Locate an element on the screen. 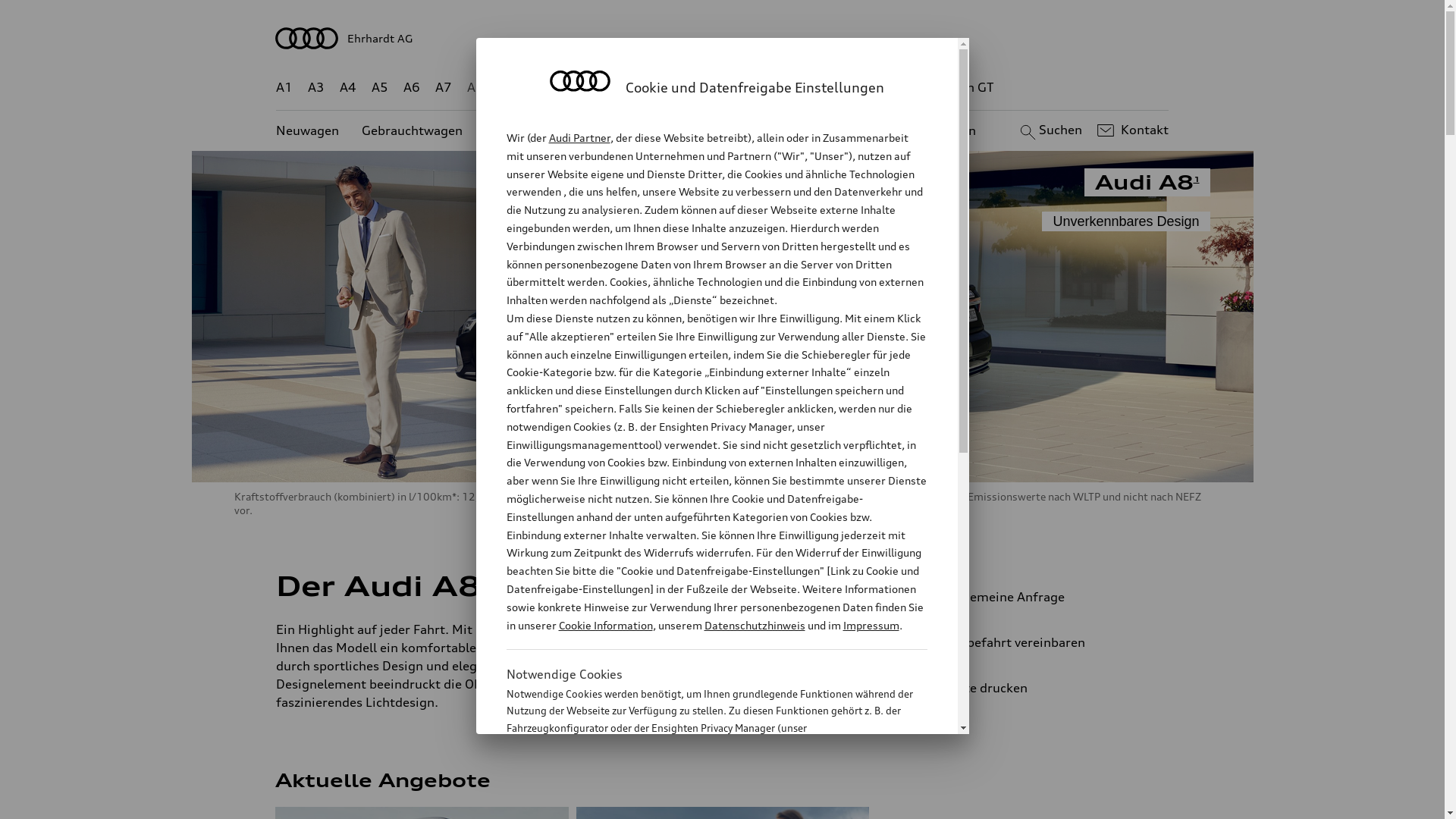  'Angebote' is located at coordinates (607, 130).